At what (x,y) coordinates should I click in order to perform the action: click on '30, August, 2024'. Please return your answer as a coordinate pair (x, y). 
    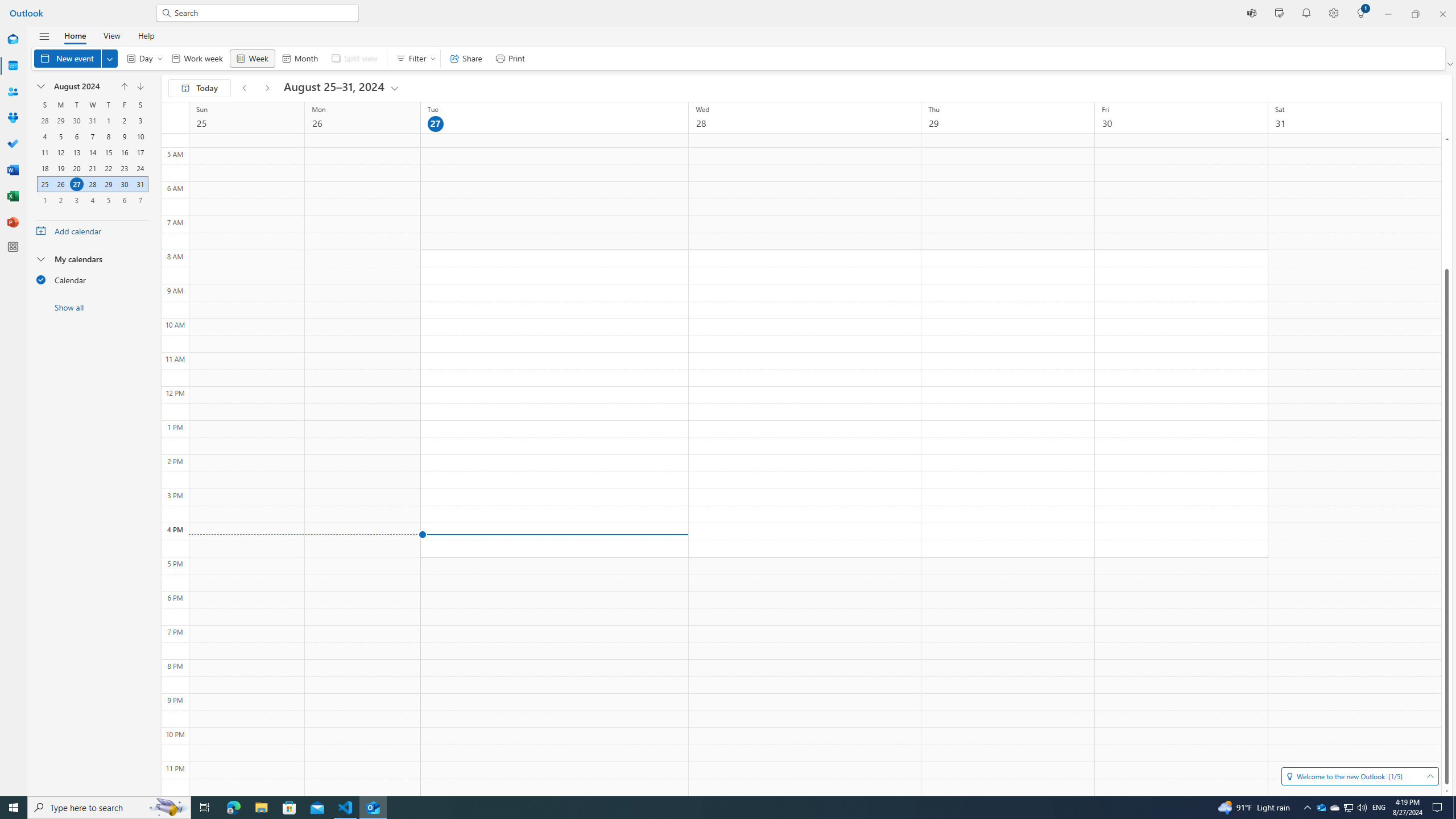
    Looking at the image, I should click on (123, 184).